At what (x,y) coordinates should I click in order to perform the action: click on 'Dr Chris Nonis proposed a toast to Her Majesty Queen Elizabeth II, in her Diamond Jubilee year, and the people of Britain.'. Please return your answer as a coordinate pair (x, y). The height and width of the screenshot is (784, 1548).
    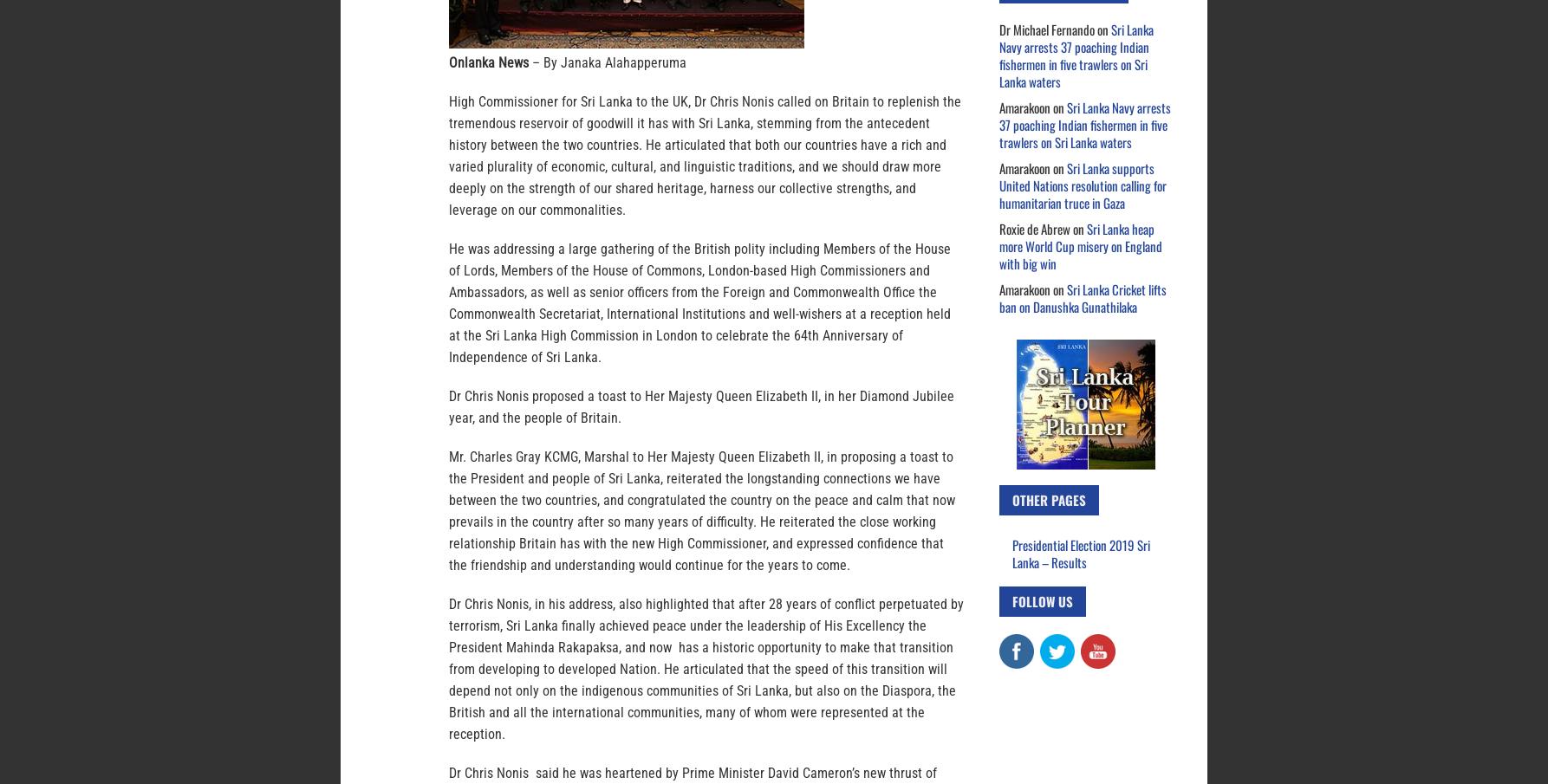
    Looking at the image, I should click on (700, 407).